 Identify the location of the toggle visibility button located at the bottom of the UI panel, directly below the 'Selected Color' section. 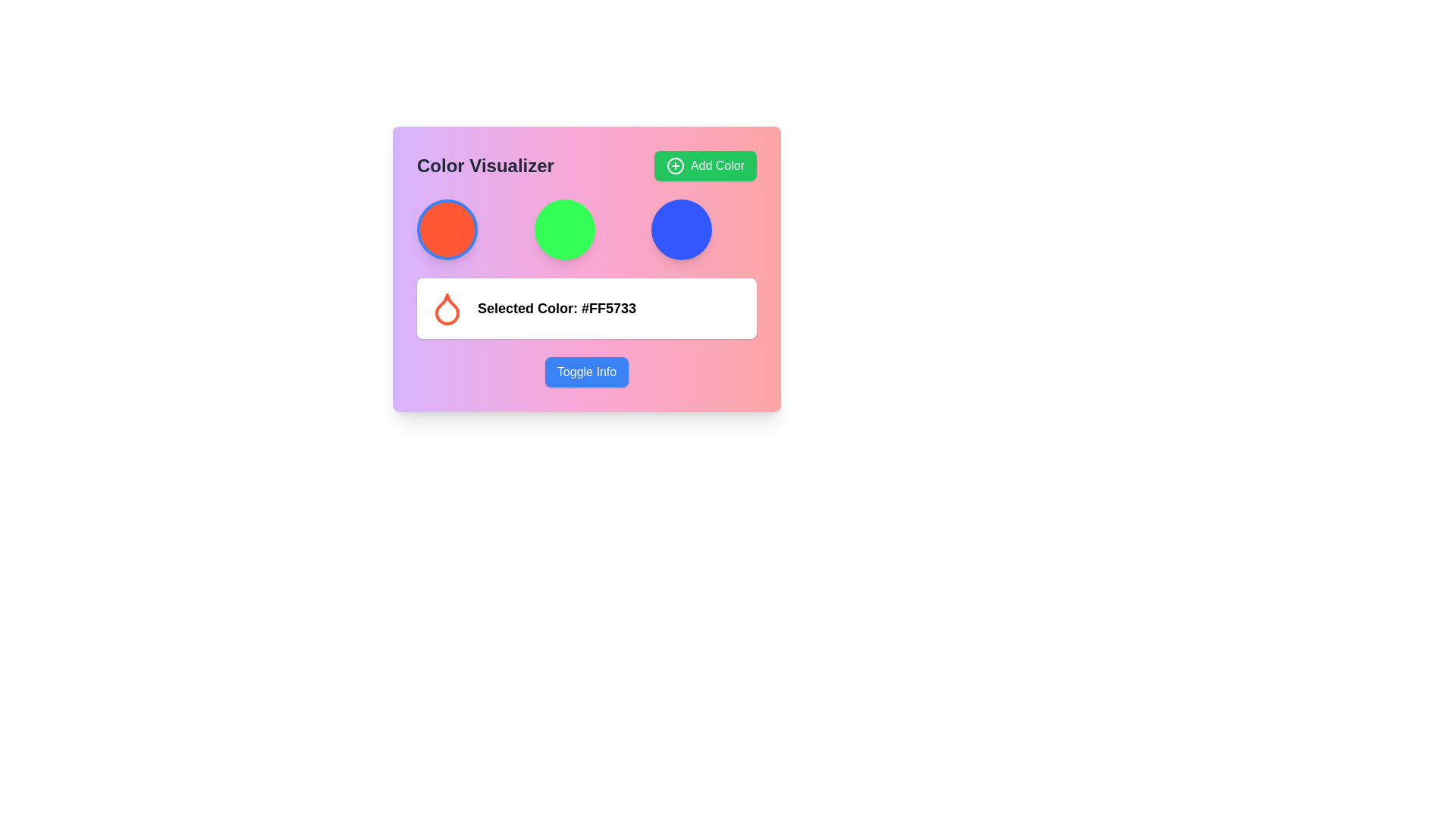
(585, 372).